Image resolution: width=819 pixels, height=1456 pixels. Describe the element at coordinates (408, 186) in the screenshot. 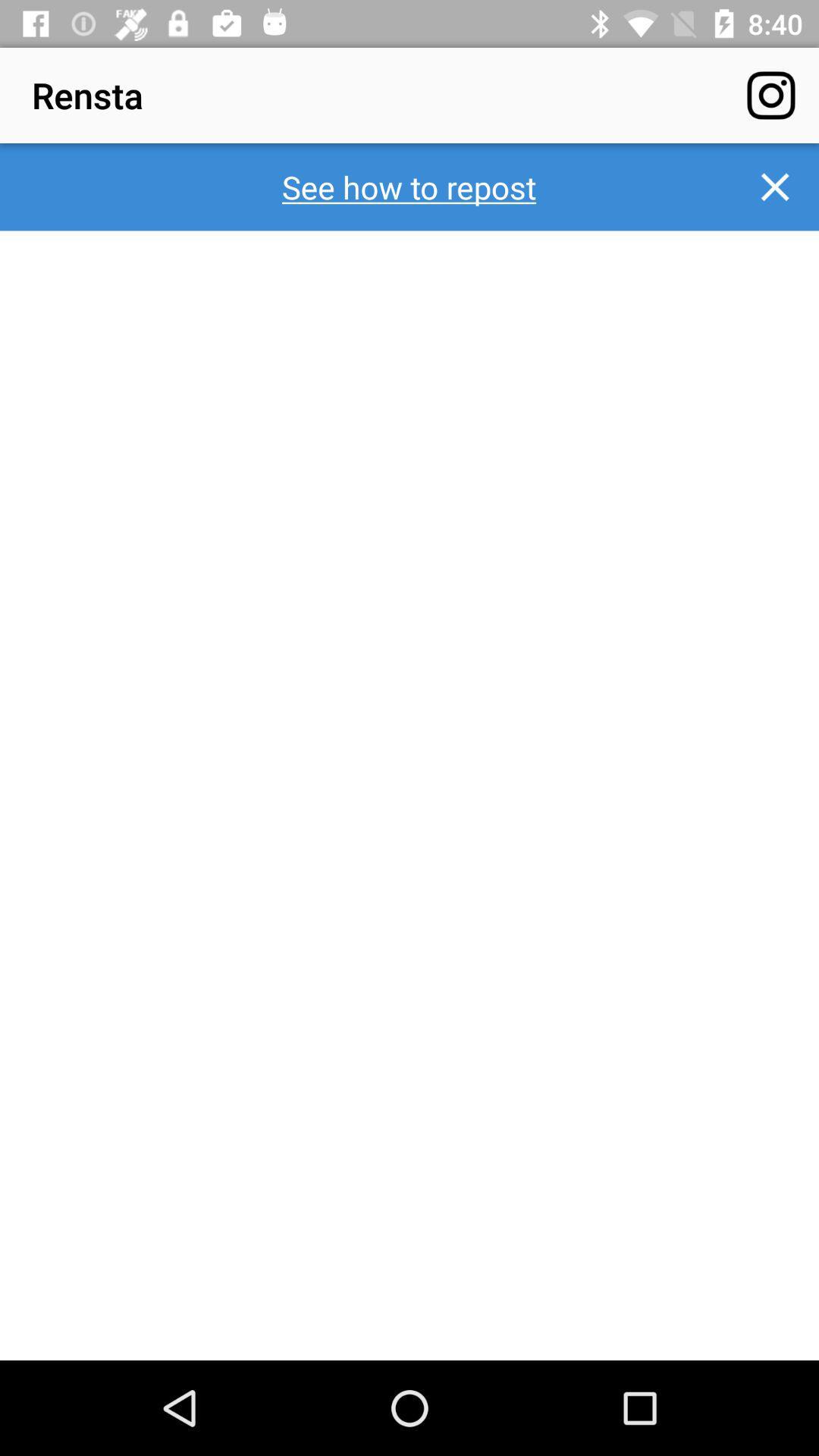

I see `see how to icon` at that location.